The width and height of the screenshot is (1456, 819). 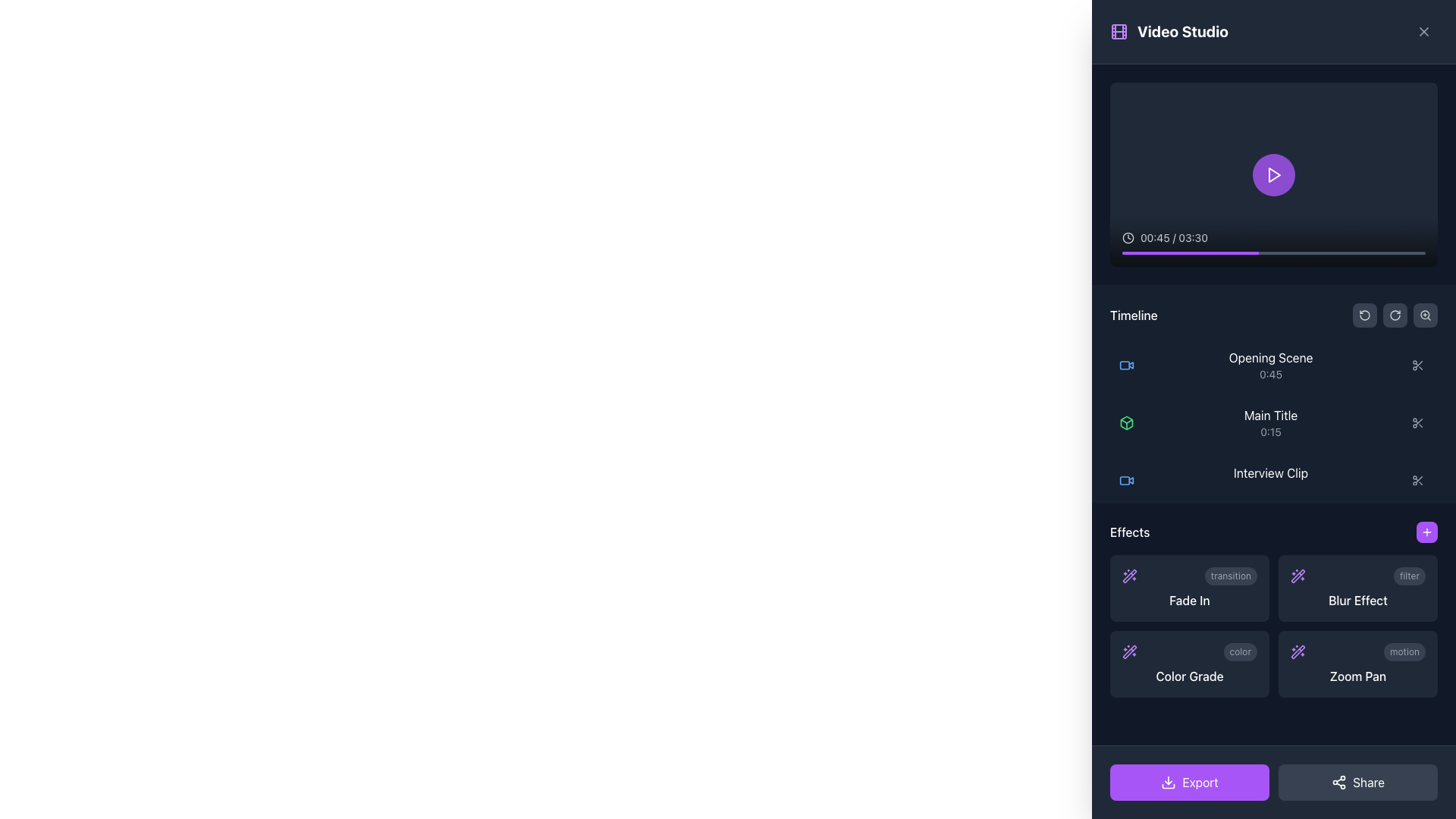 I want to click on the non-interactive SVG component representing a video clip in the timeline section, so click(x=1125, y=480).